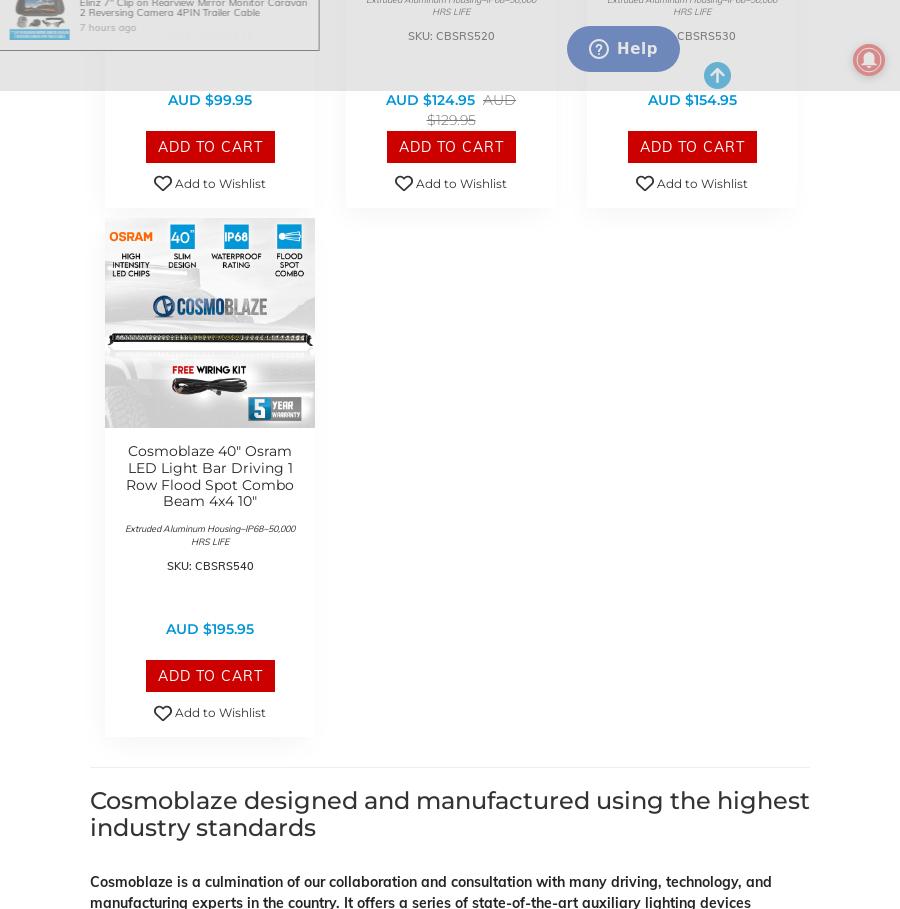 The height and width of the screenshot is (909, 900). I want to click on 'Cosmoblaze designed and manufactured using the highest industry standards', so click(450, 813).